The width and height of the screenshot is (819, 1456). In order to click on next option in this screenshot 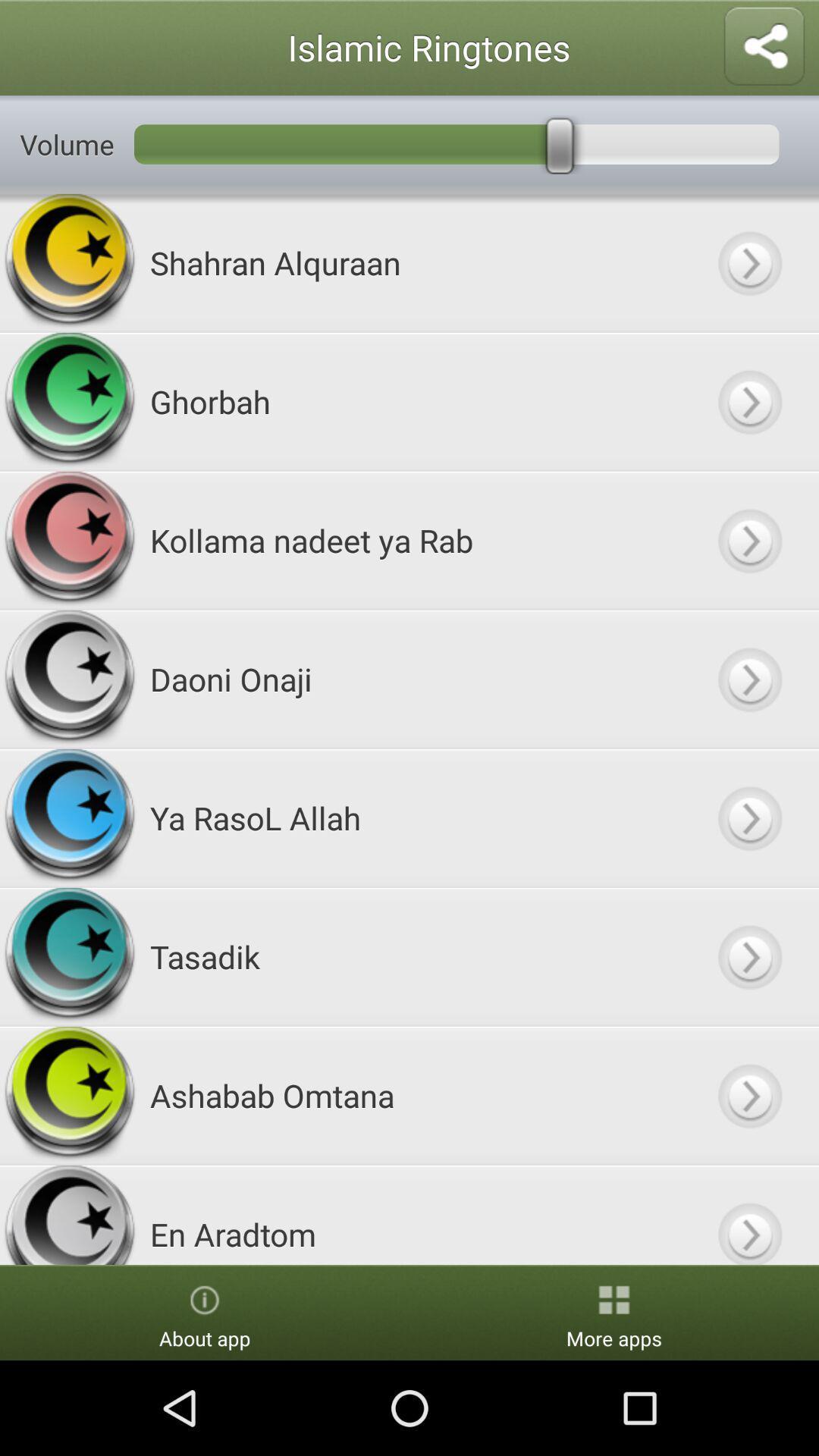, I will do `click(748, 955)`.